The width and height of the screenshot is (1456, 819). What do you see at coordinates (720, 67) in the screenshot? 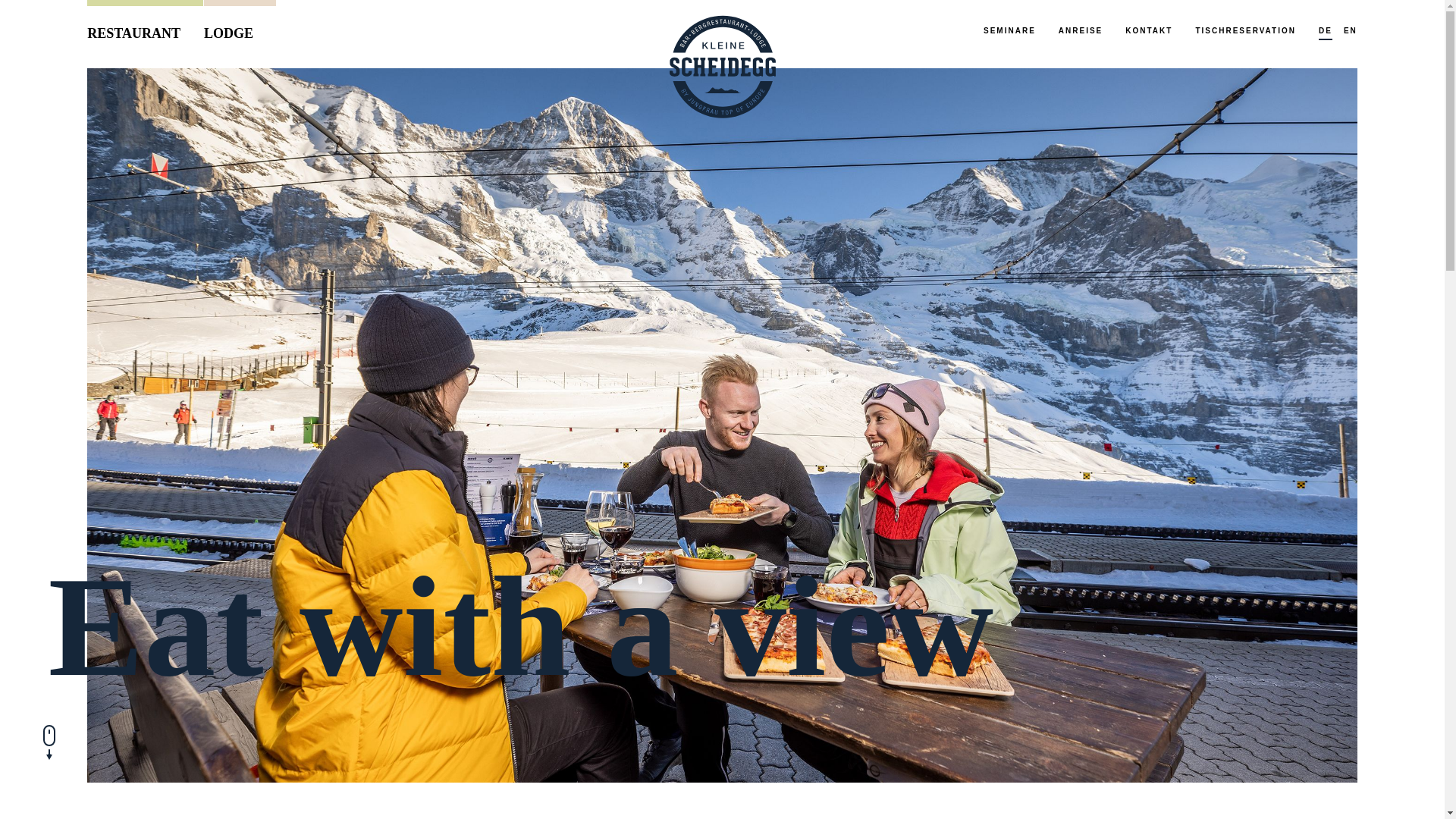
I see `'Bergrestaurant Kleine Scheidegg'` at bounding box center [720, 67].